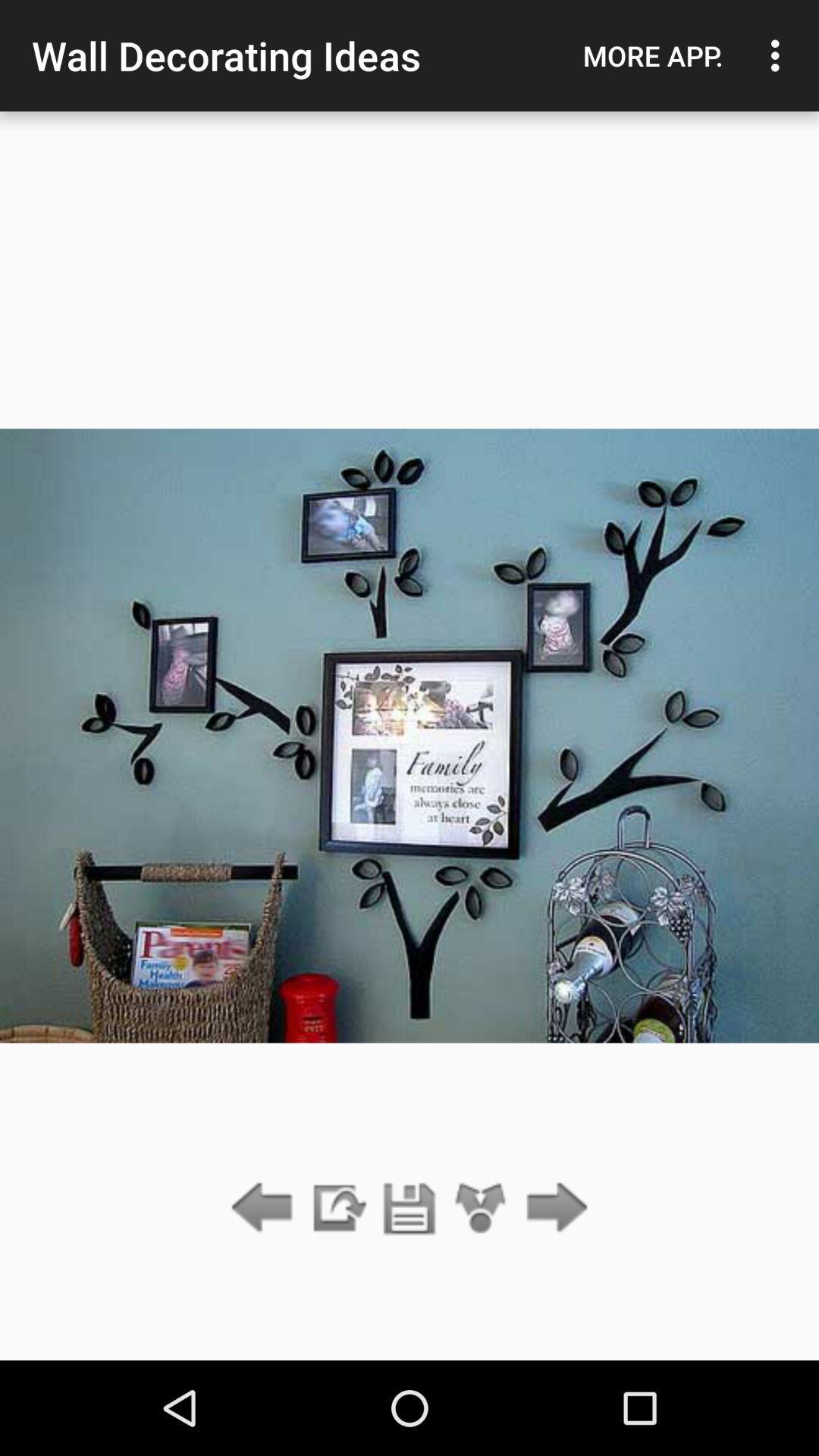 This screenshot has width=819, height=1456. I want to click on icon at the bottom right corner, so click(553, 1208).